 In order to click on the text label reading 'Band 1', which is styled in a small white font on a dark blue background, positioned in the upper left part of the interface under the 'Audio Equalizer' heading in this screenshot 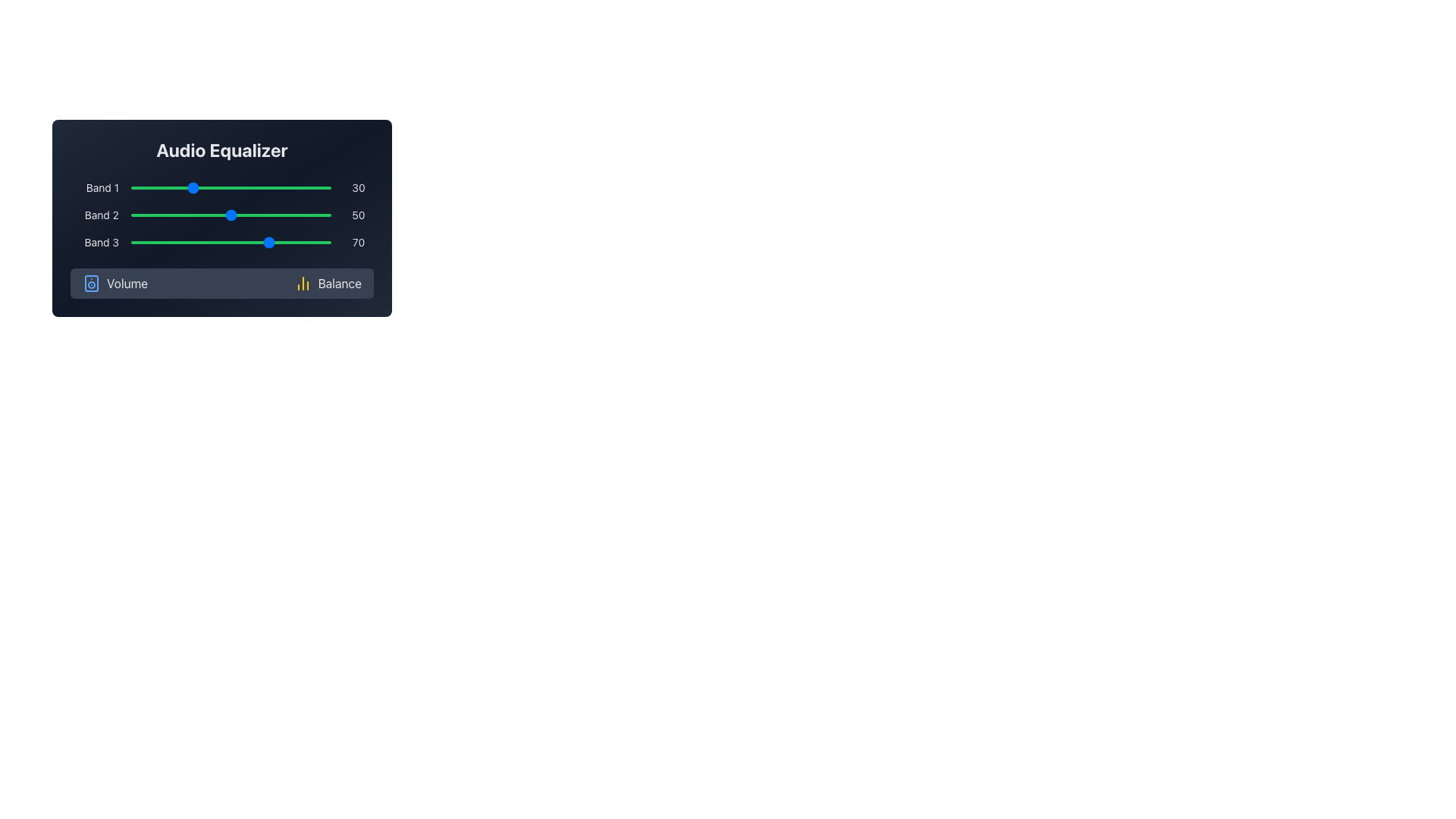, I will do `click(93, 187)`.